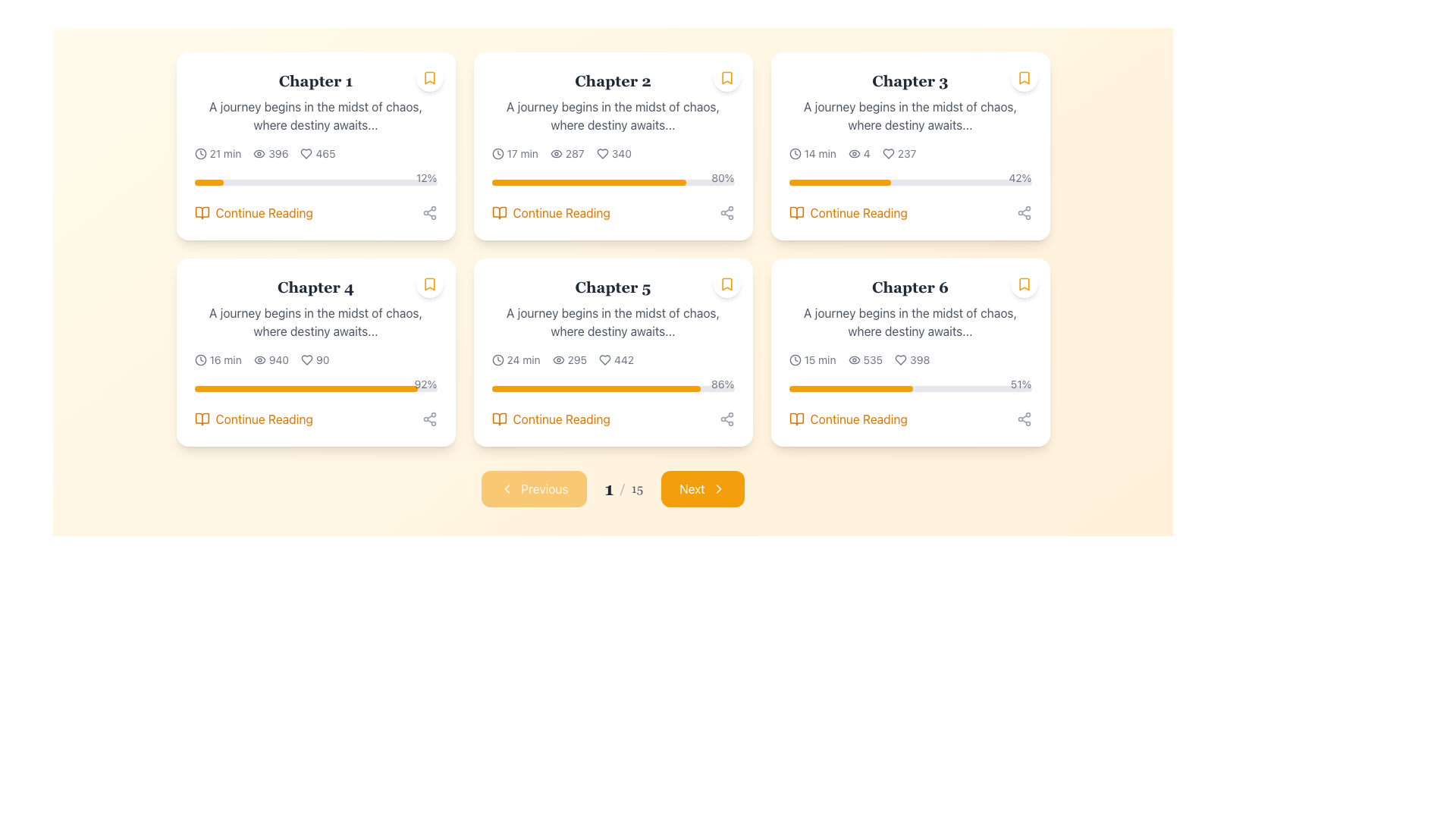 The image size is (1456, 819). I want to click on the static display element showing a numeric value under 'Chapter 2', located between '17 min' and '340', for inspection of its text, so click(566, 154).